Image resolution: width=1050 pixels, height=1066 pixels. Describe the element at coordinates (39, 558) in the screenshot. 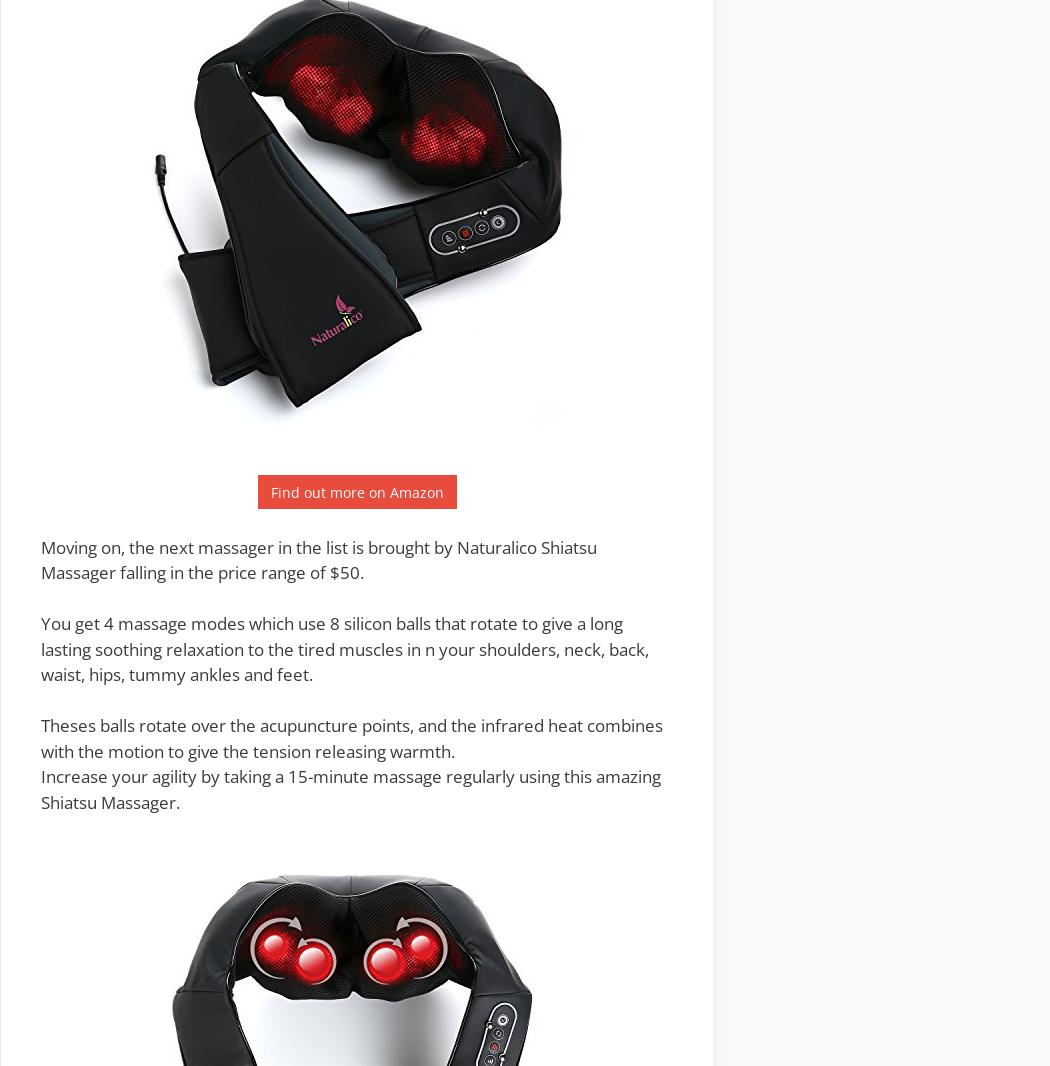

I see `'Naturalico Shiatsu Massager'` at that location.